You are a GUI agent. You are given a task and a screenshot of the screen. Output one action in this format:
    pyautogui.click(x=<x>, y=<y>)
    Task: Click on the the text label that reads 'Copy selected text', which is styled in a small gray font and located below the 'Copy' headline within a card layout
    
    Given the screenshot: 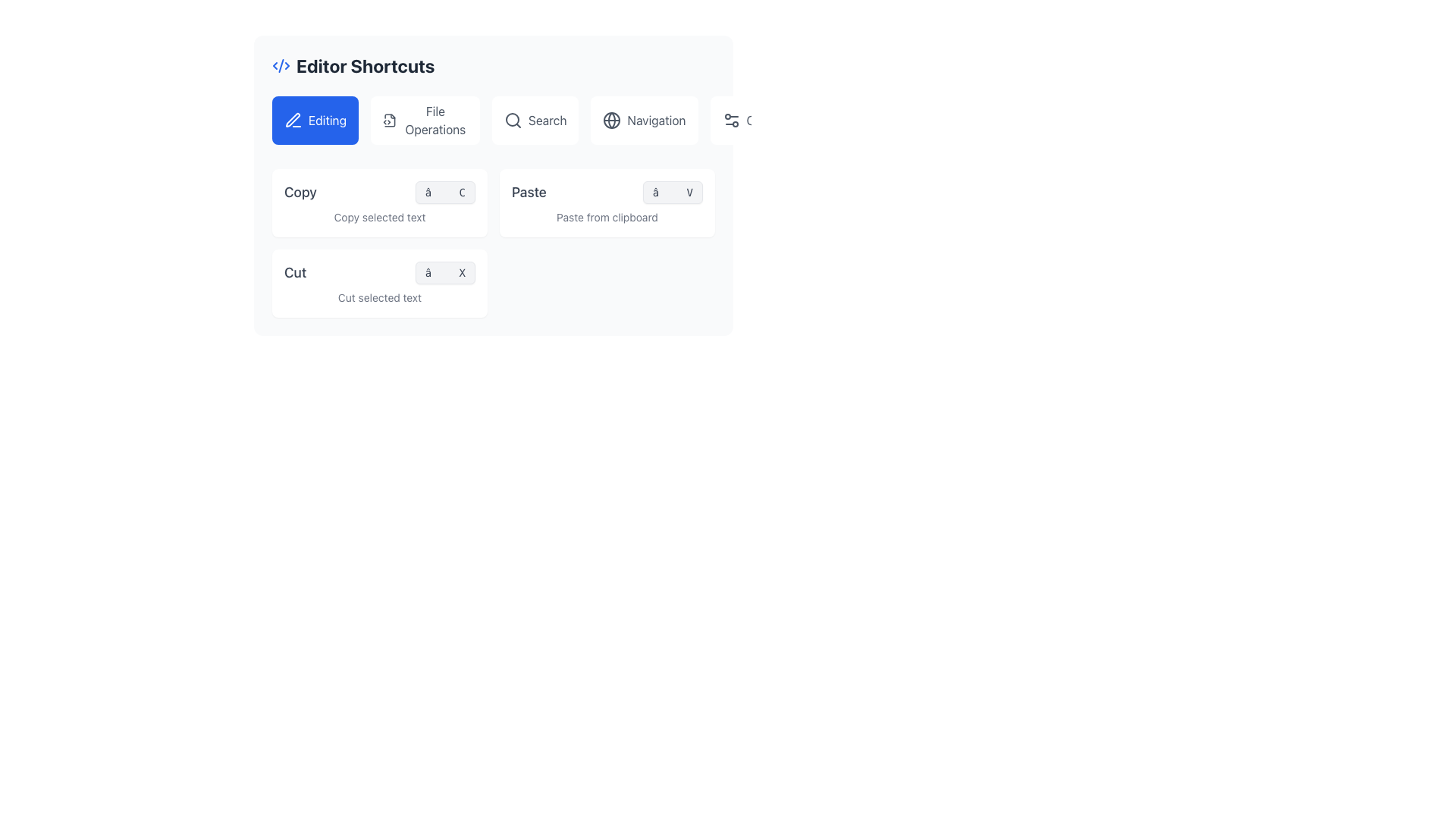 What is the action you would take?
    pyautogui.click(x=379, y=217)
    